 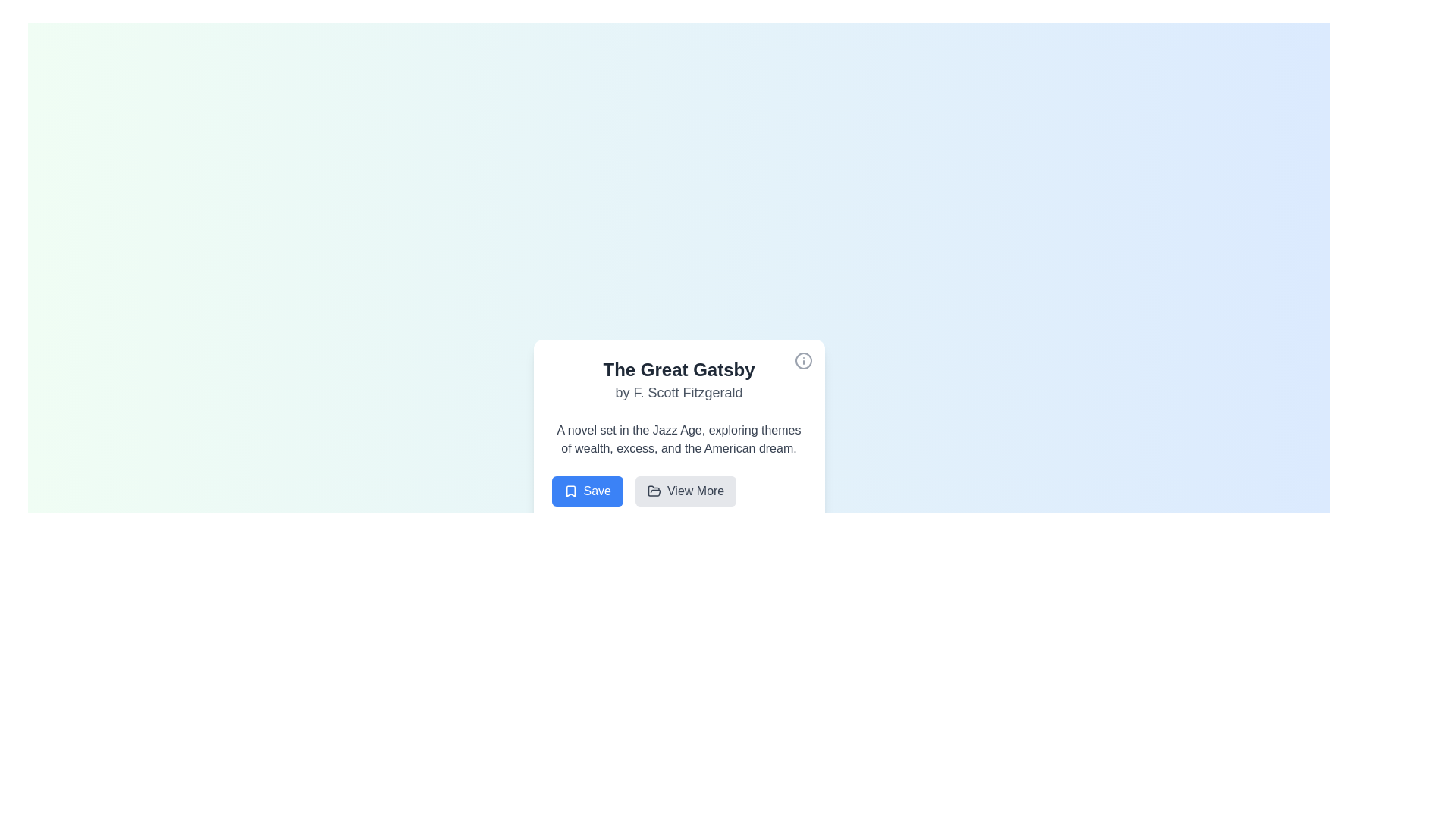 What do you see at coordinates (654, 491) in the screenshot?
I see `the 'View More' icon, which is positioned to the left of the button's text content, to provide a visual cue for navigation` at bounding box center [654, 491].